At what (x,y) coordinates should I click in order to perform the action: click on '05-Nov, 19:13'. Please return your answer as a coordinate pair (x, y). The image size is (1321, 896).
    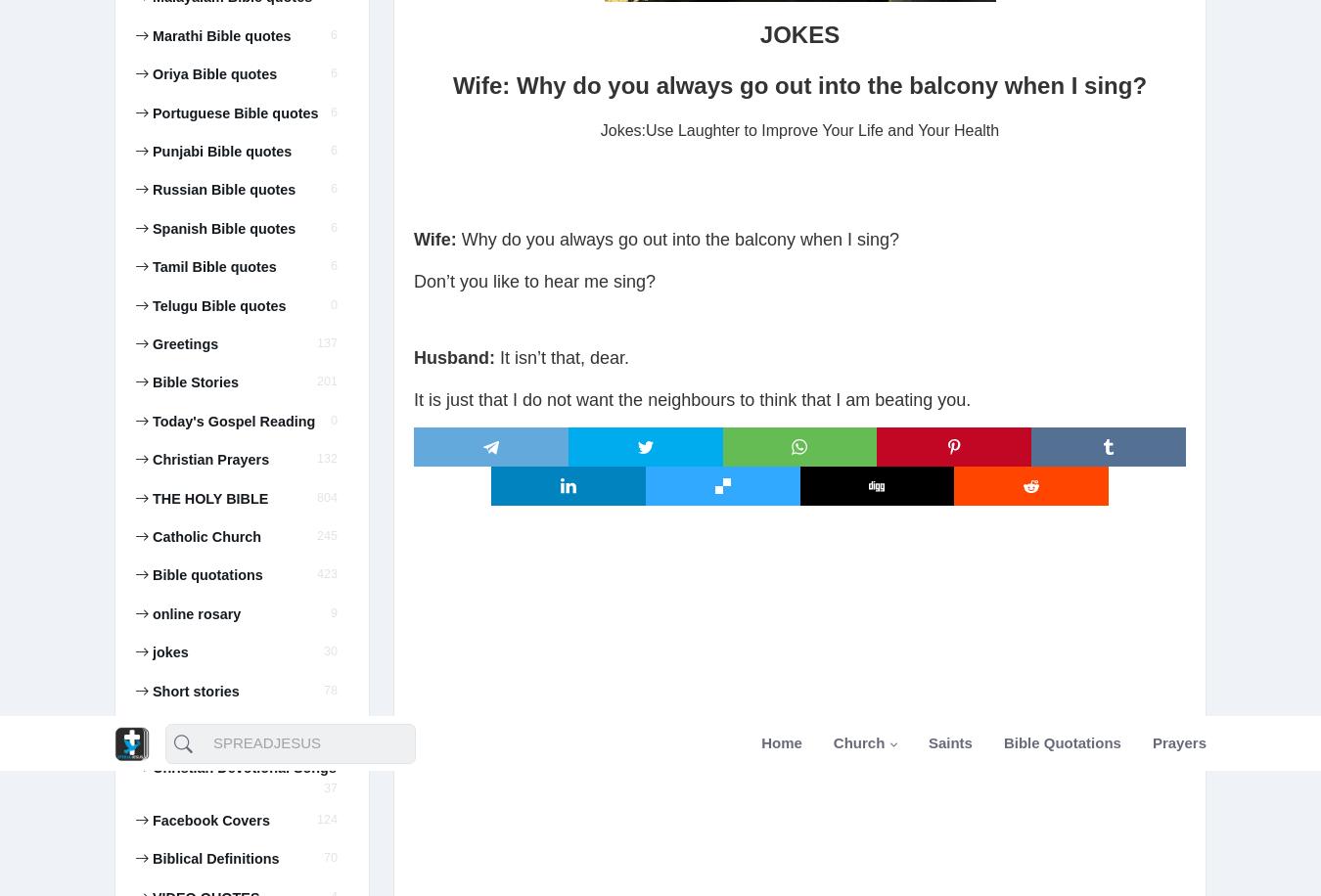
    Looking at the image, I should click on (187, 342).